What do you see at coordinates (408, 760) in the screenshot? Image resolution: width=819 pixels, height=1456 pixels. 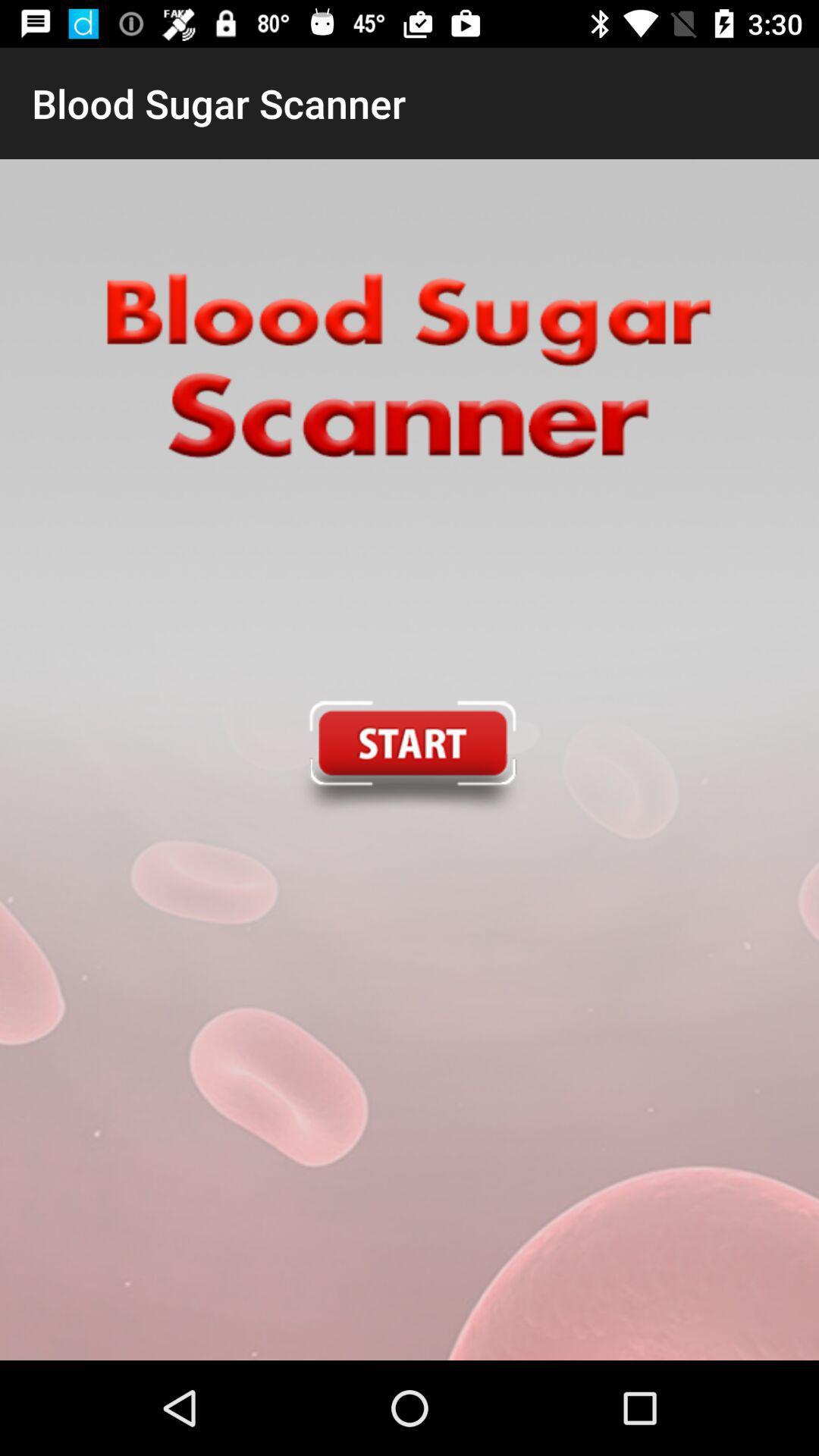 I see `start button page` at bounding box center [408, 760].